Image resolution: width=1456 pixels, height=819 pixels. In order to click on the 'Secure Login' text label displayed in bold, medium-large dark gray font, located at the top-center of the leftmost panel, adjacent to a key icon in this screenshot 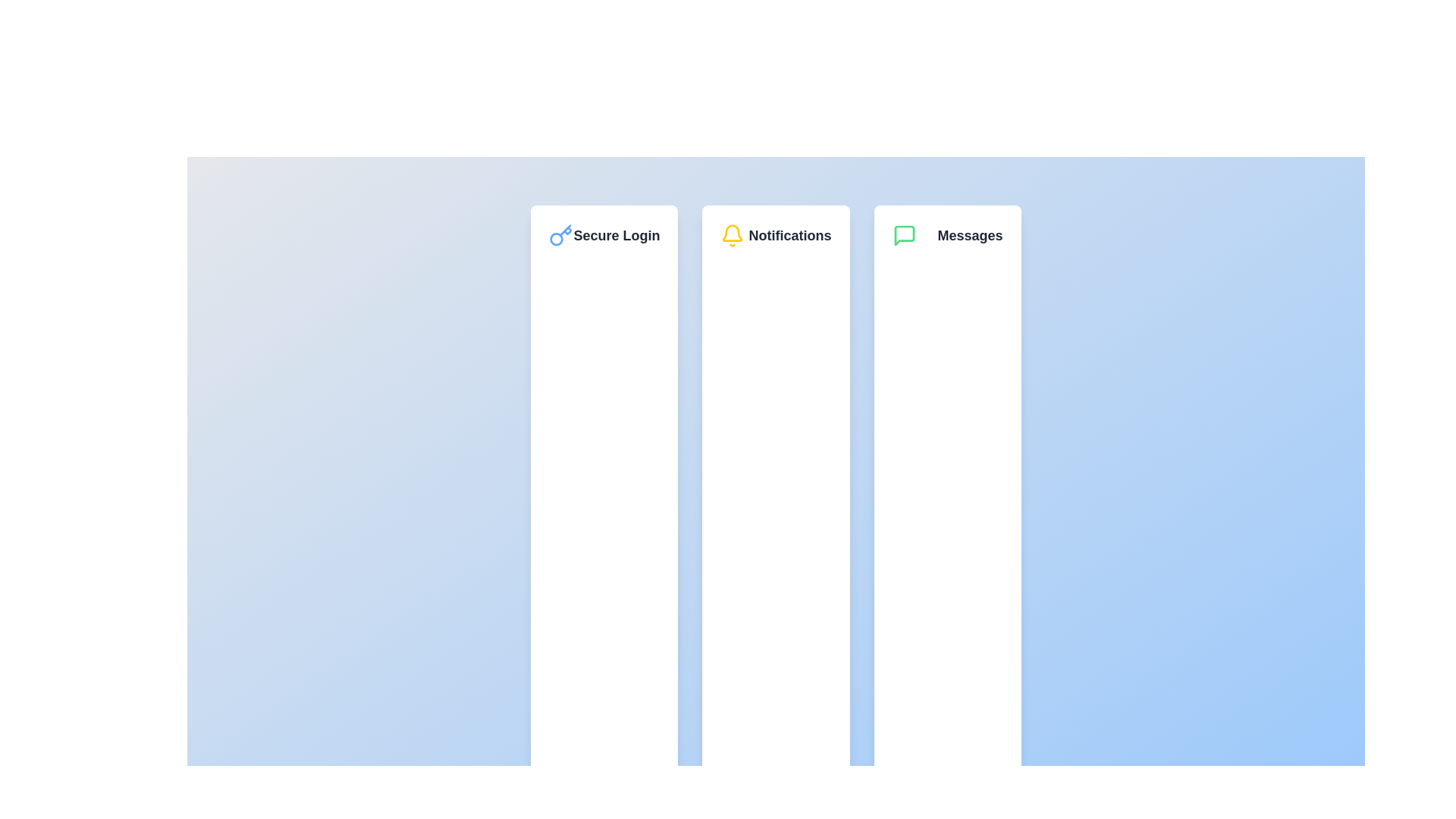, I will do `click(617, 236)`.